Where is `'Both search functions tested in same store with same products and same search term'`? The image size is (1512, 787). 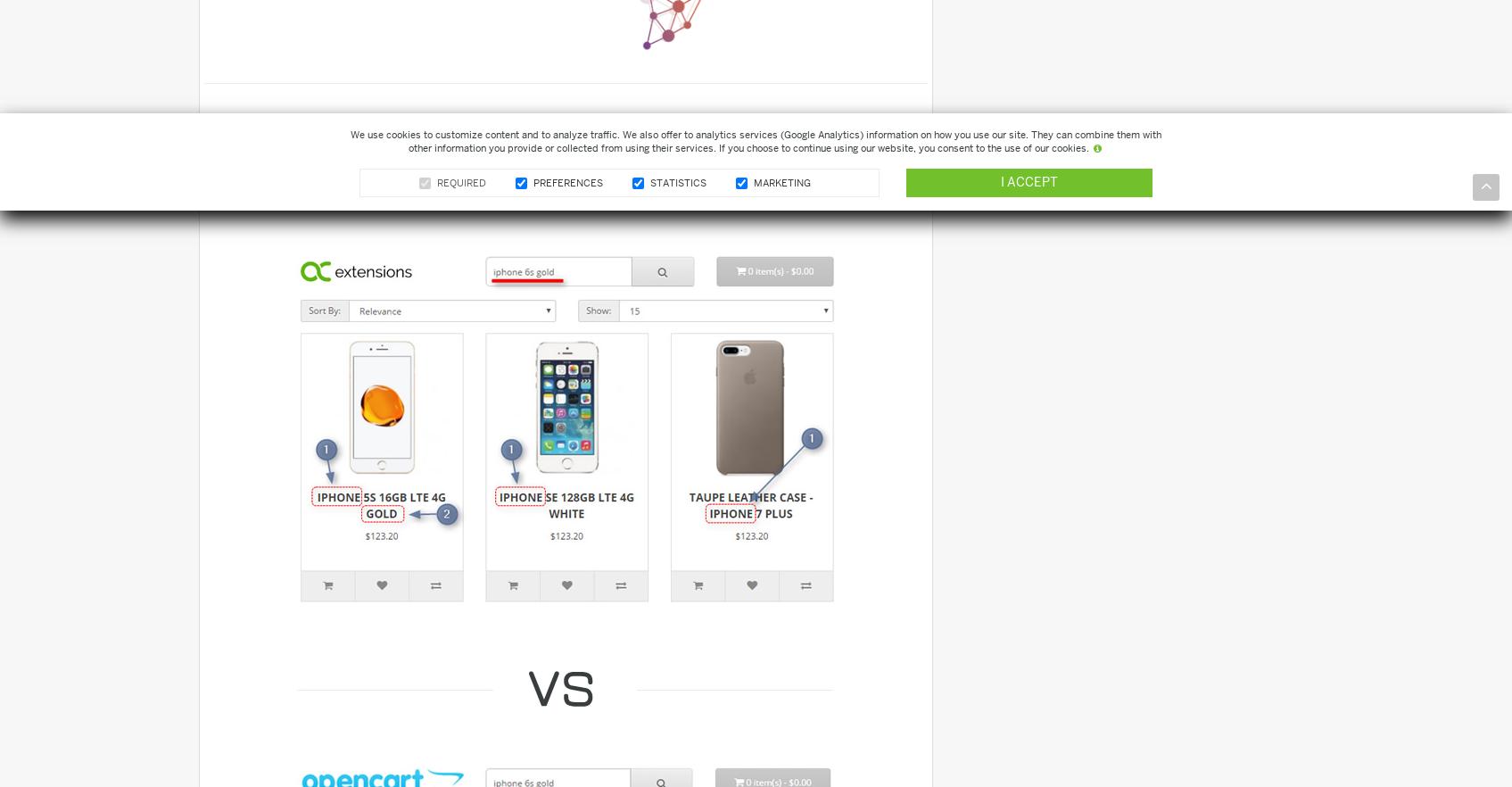
'Both search functions tested in same store with same products and same search term' is located at coordinates (516, 165).